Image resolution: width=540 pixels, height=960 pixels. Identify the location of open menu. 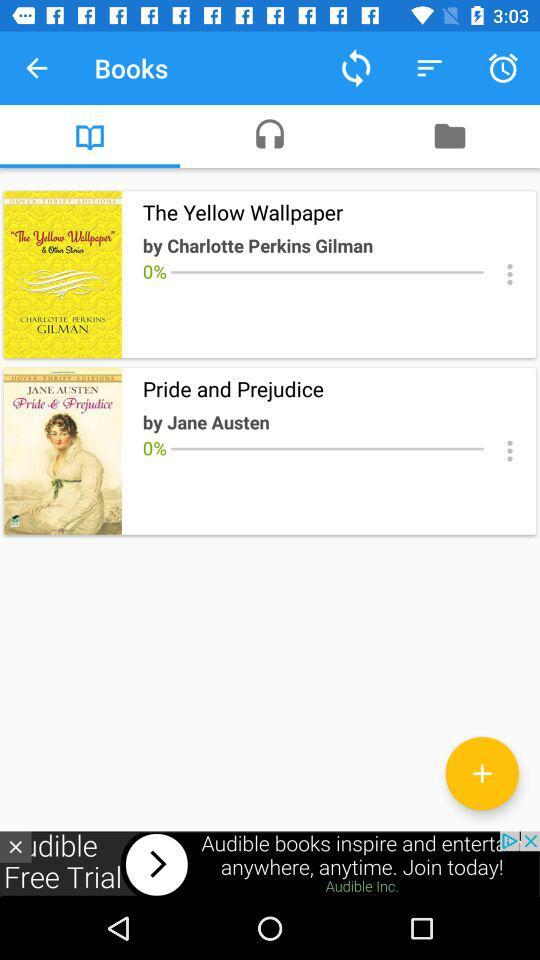
(509, 273).